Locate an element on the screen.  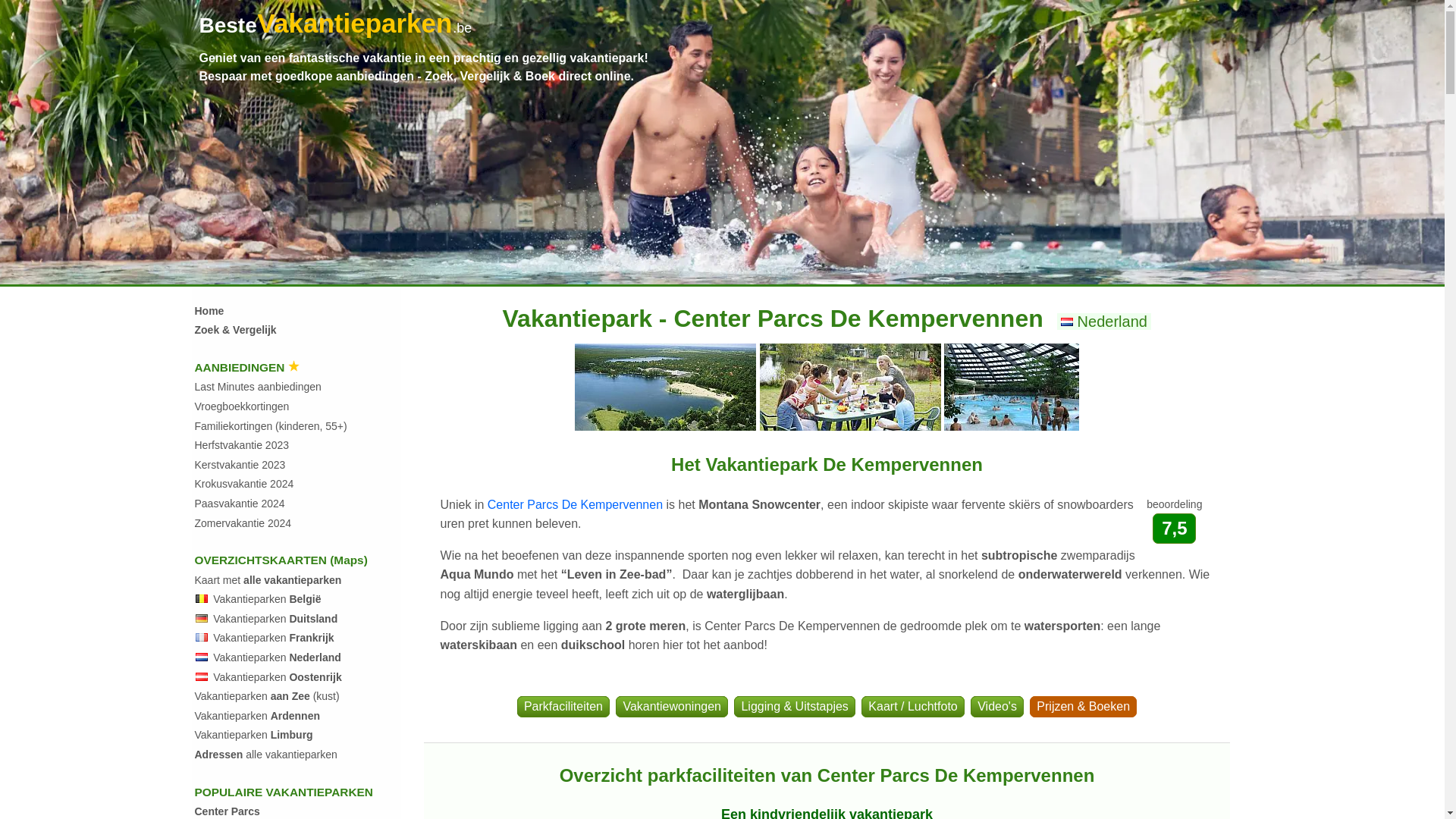
'Herfstvakantie 2023' is located at coordinates (193, 444).